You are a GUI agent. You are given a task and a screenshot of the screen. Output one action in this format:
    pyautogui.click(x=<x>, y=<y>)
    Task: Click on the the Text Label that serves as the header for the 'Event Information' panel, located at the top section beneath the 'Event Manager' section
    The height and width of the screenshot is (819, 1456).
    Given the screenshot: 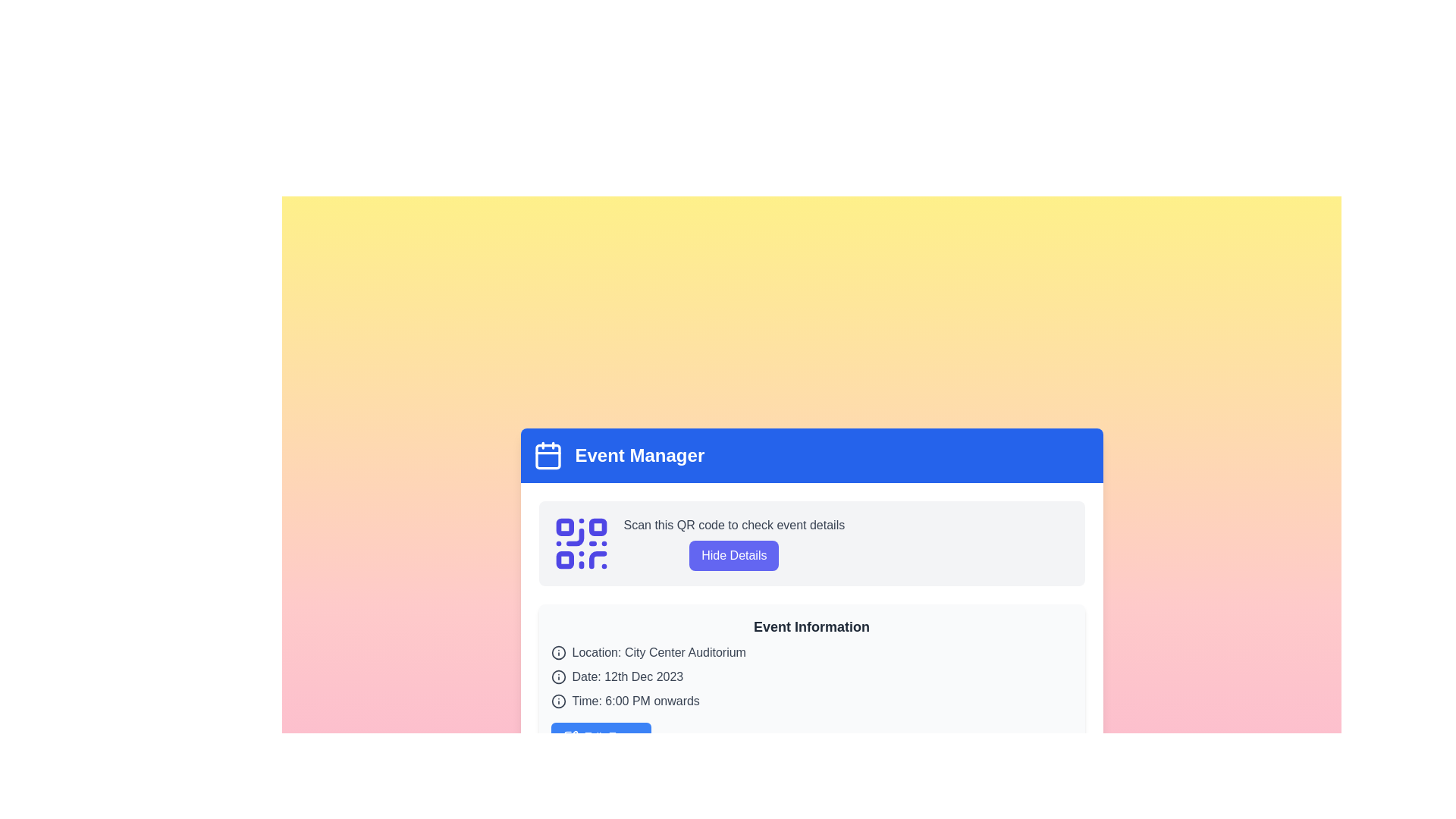 What is the action you would take?
    pyautogui.click(x=811, y=626)
    